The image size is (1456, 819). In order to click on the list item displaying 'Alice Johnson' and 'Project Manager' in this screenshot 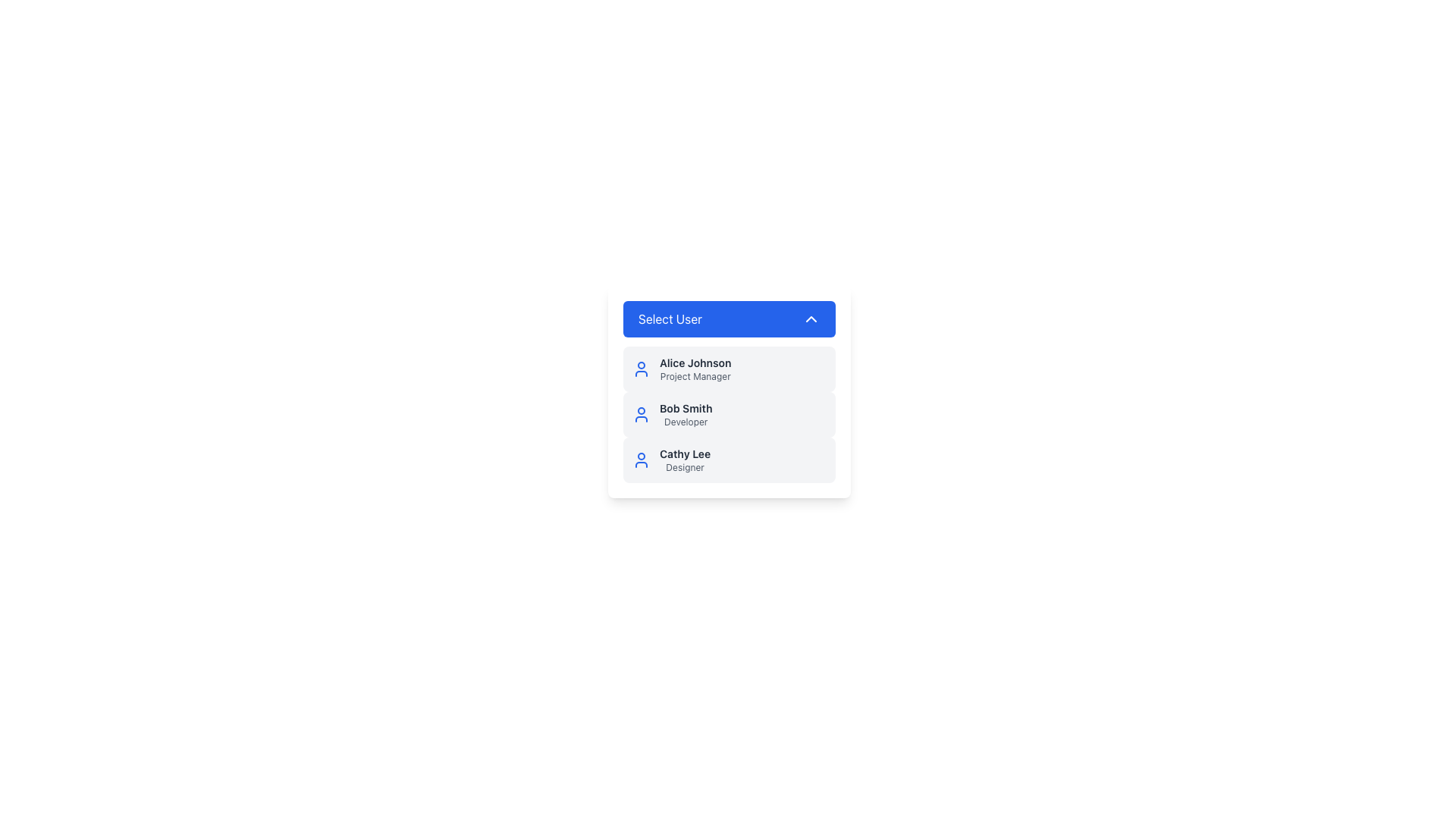, I will do `click(695, 369)`.